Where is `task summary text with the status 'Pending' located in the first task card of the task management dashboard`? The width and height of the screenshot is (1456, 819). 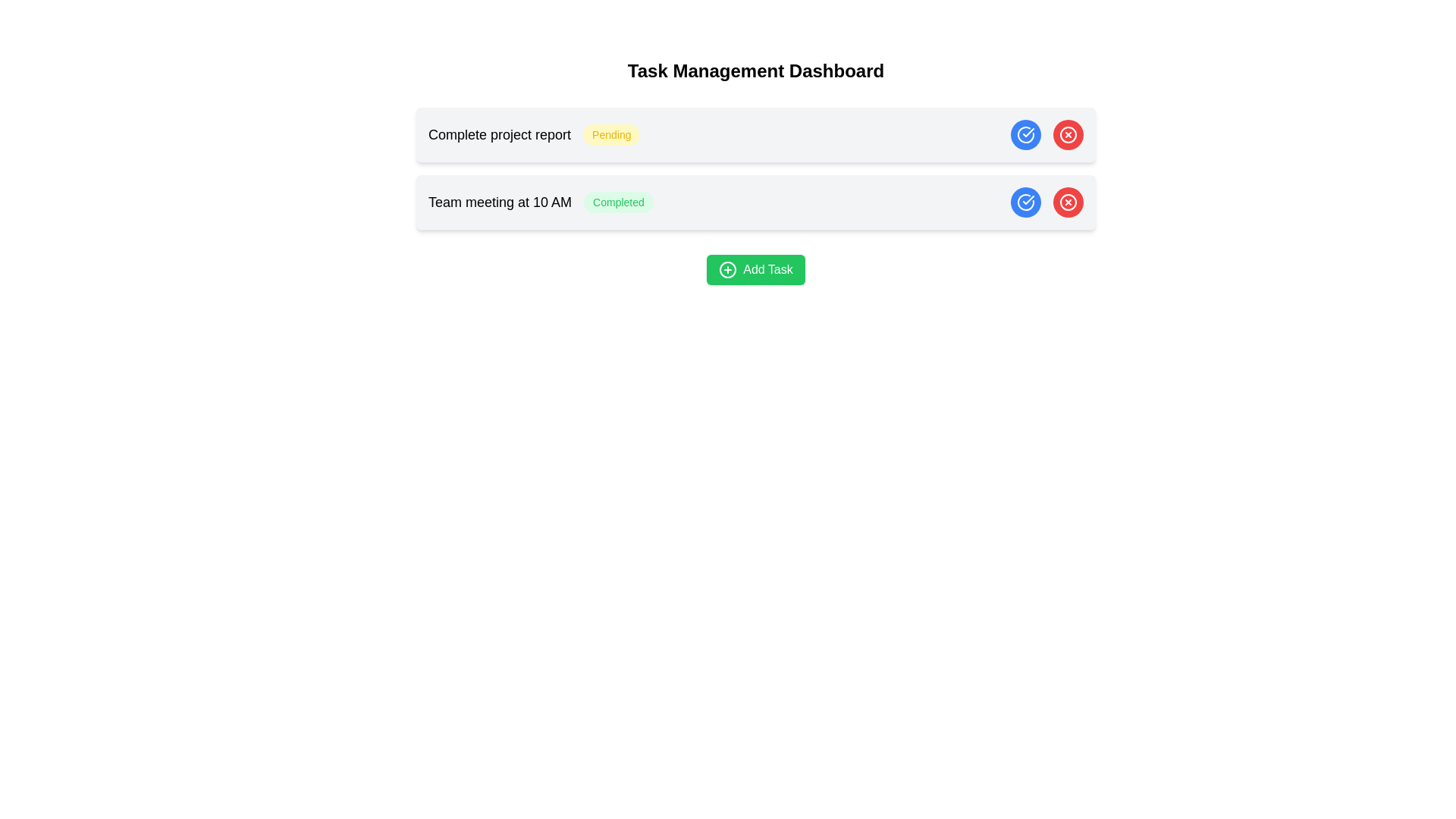 task summary text with the status 'Pending' located in the first task card of the task management dashboard is located at coordinates (534, 133).